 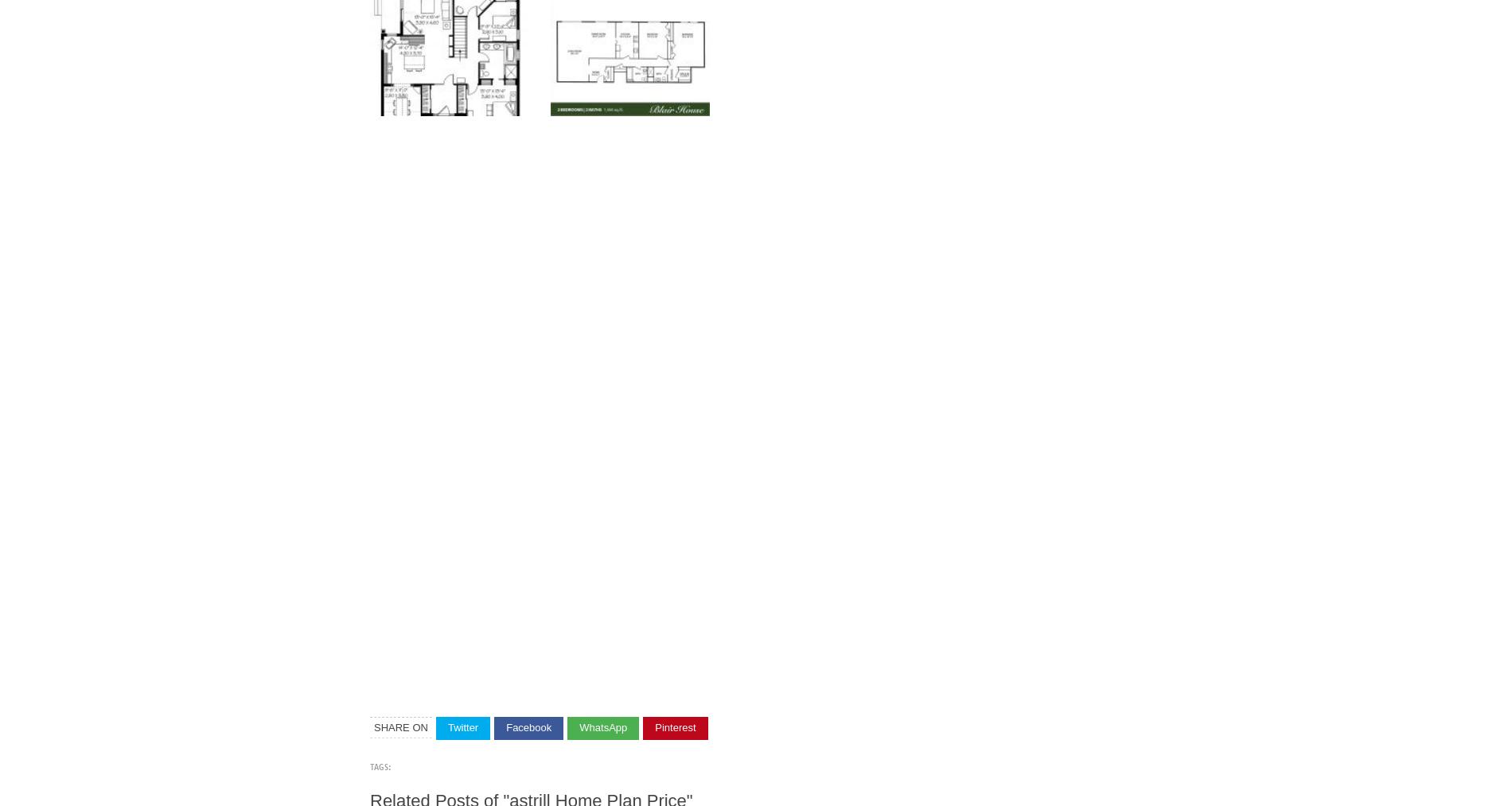 What do you see at coordinates (864, 255) in the screenshot?
I see `'Astrill Home Plan Price Manufactured Home Plans and Prices'` at bounding box center [864, 255].